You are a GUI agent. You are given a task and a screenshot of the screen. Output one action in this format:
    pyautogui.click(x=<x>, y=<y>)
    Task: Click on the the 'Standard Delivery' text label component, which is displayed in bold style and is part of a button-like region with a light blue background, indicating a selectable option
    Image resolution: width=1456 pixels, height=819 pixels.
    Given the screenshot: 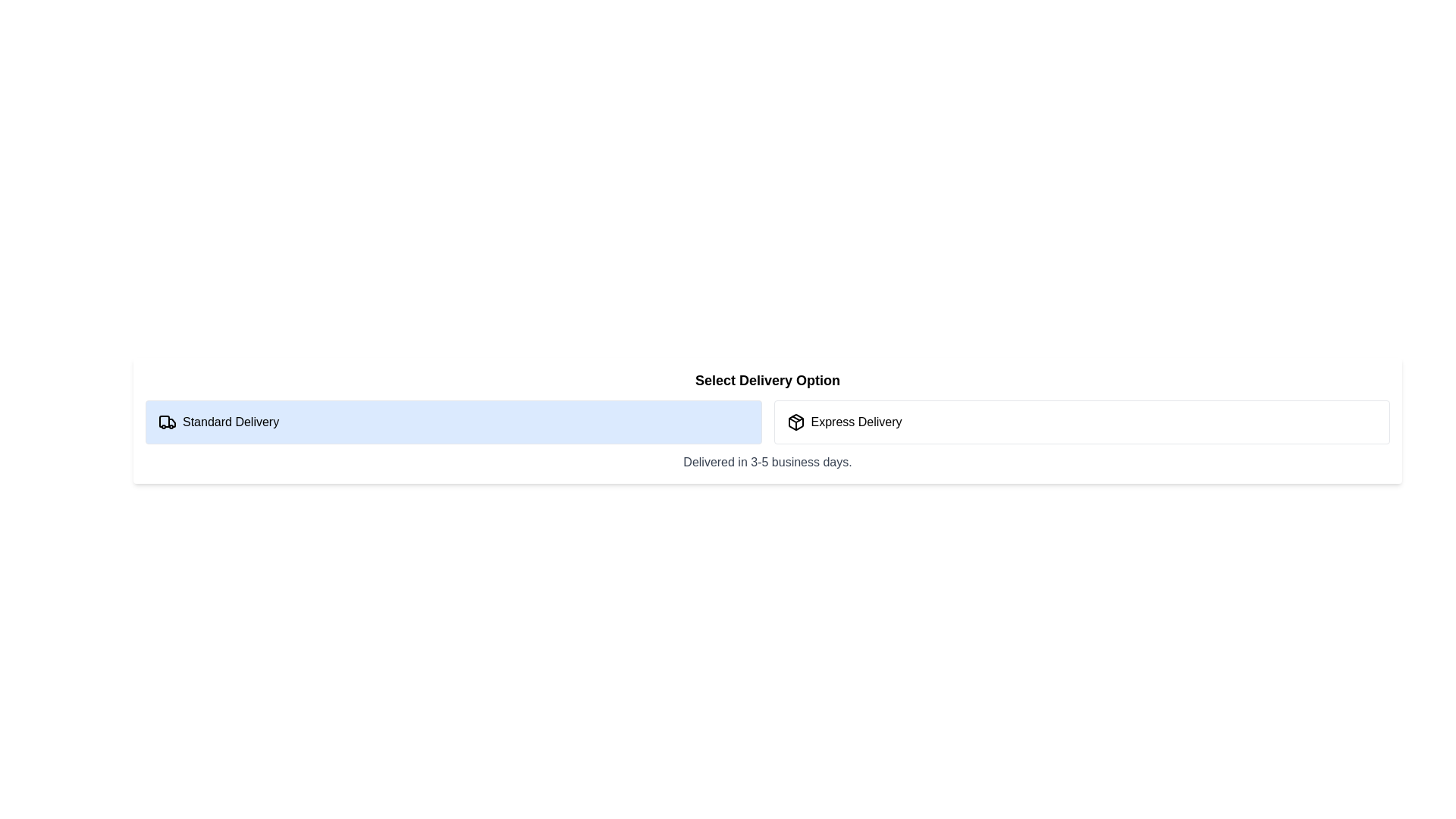 What is the action you would take?
    pyautogui.click(x=230, y=422)
    